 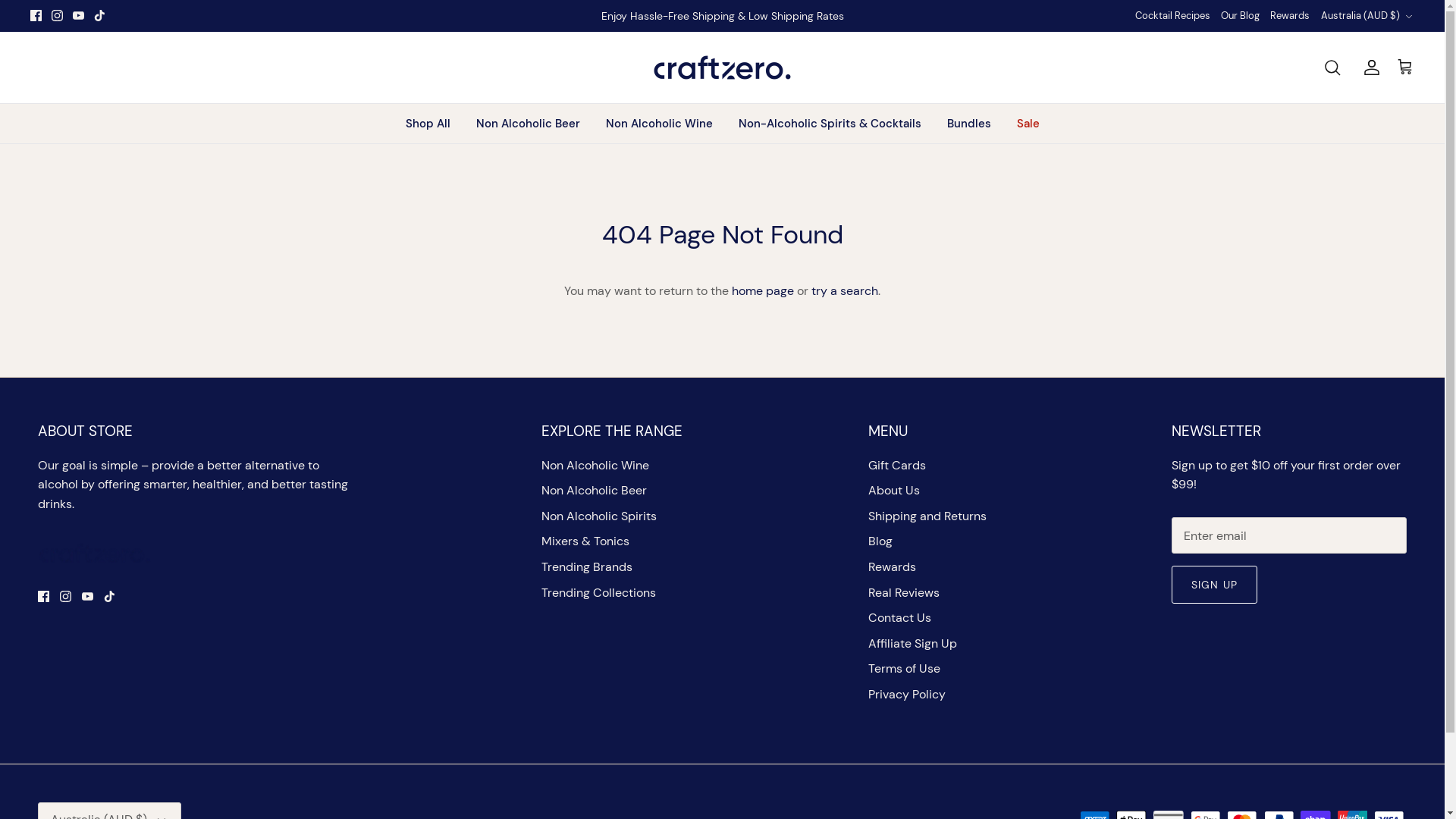 I want to click on 'Cocktail Recipes', so click(x=1135, y=16).